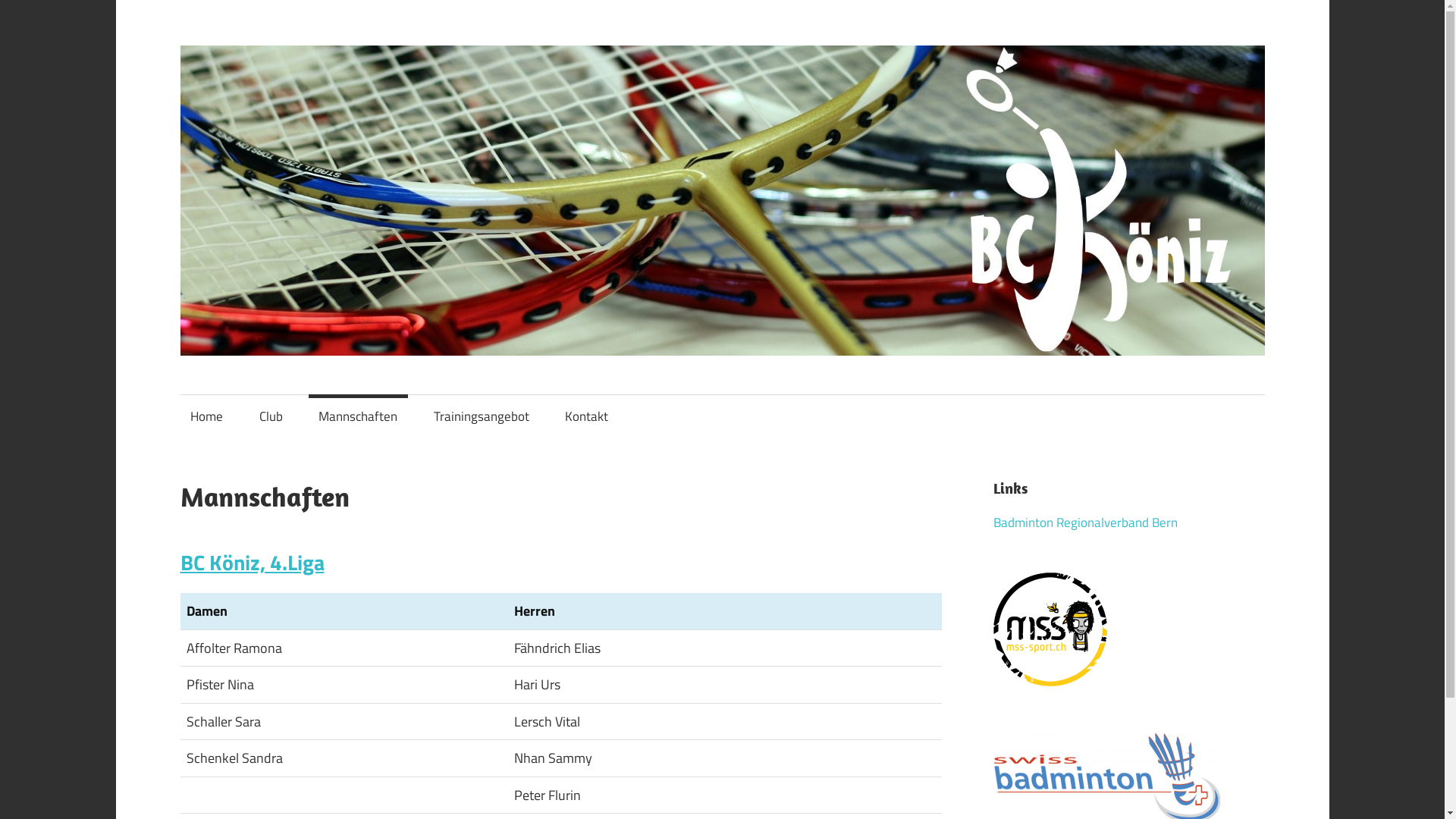  What do you see at coordinates (554, 416) in the screenshot?
I see `'Kontakt'` at bounding box center [554, 416].